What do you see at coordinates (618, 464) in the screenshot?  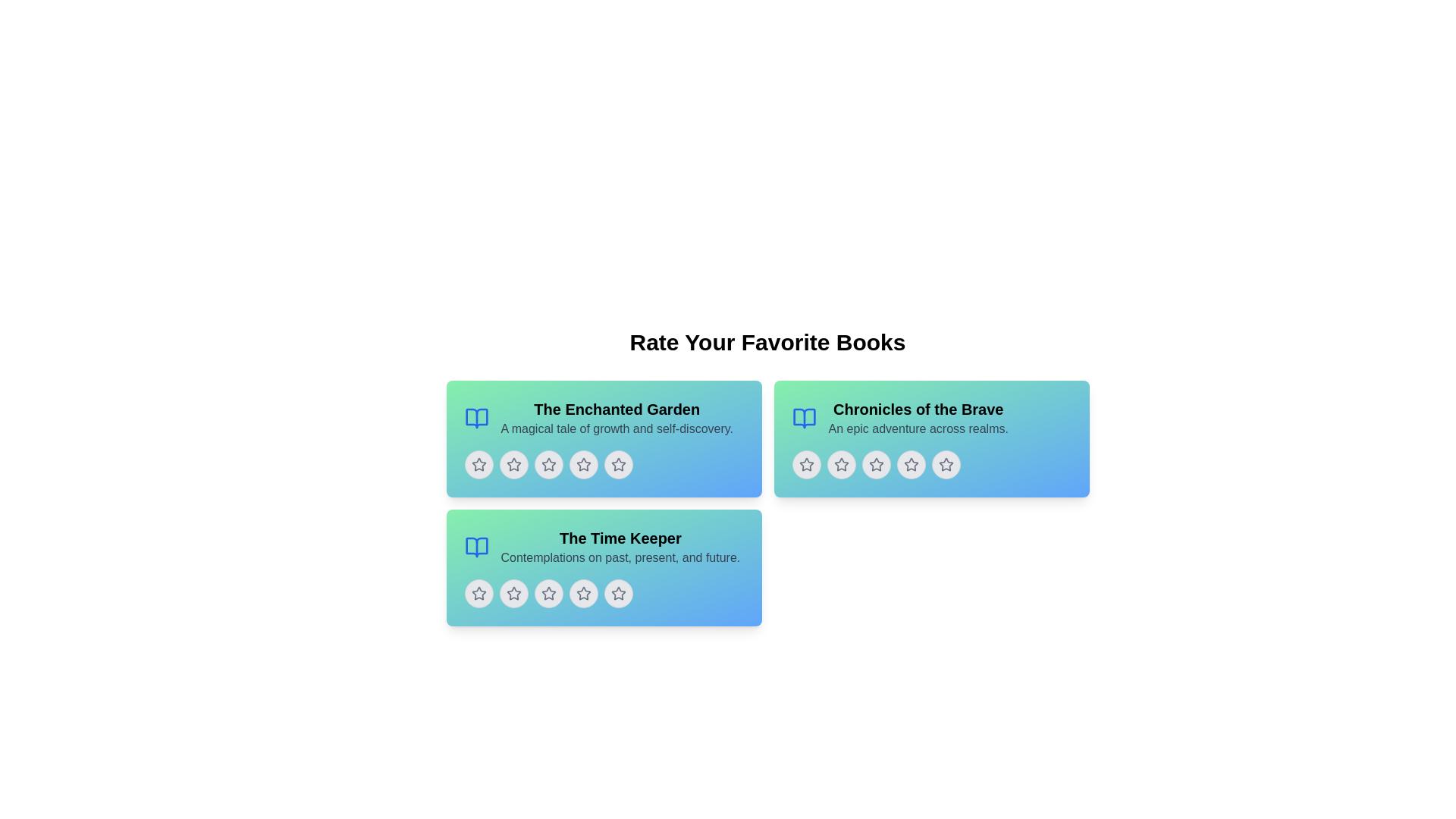 I see `the fourth star icon in the star rating widget beneath the title 'The Enchanted Garden'` at bounding box center [618, 464].